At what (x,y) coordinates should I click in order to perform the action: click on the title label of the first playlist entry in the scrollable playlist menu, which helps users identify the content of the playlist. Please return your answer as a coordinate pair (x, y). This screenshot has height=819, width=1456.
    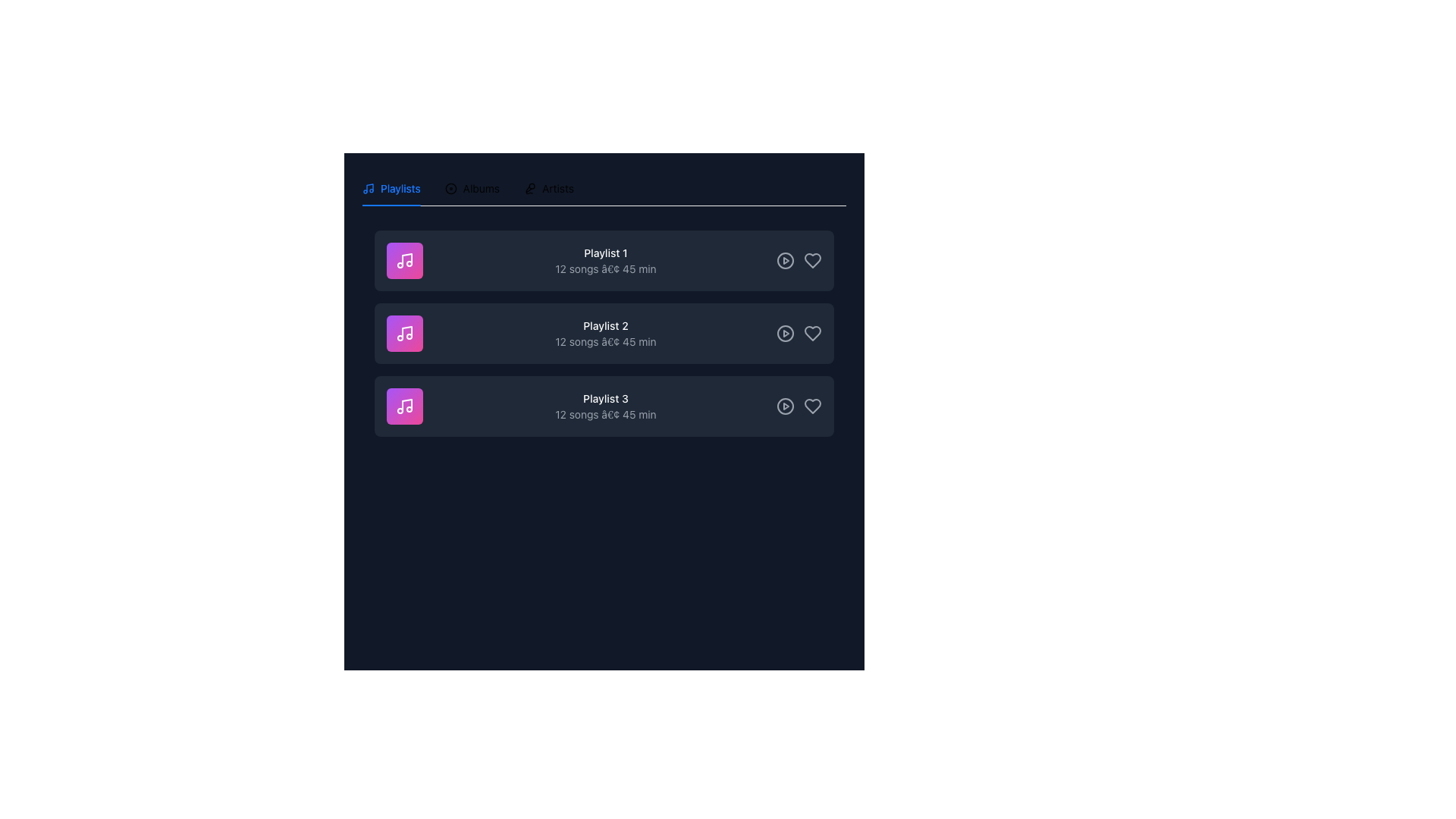
    Looking at the image, I should click on (604, 253).